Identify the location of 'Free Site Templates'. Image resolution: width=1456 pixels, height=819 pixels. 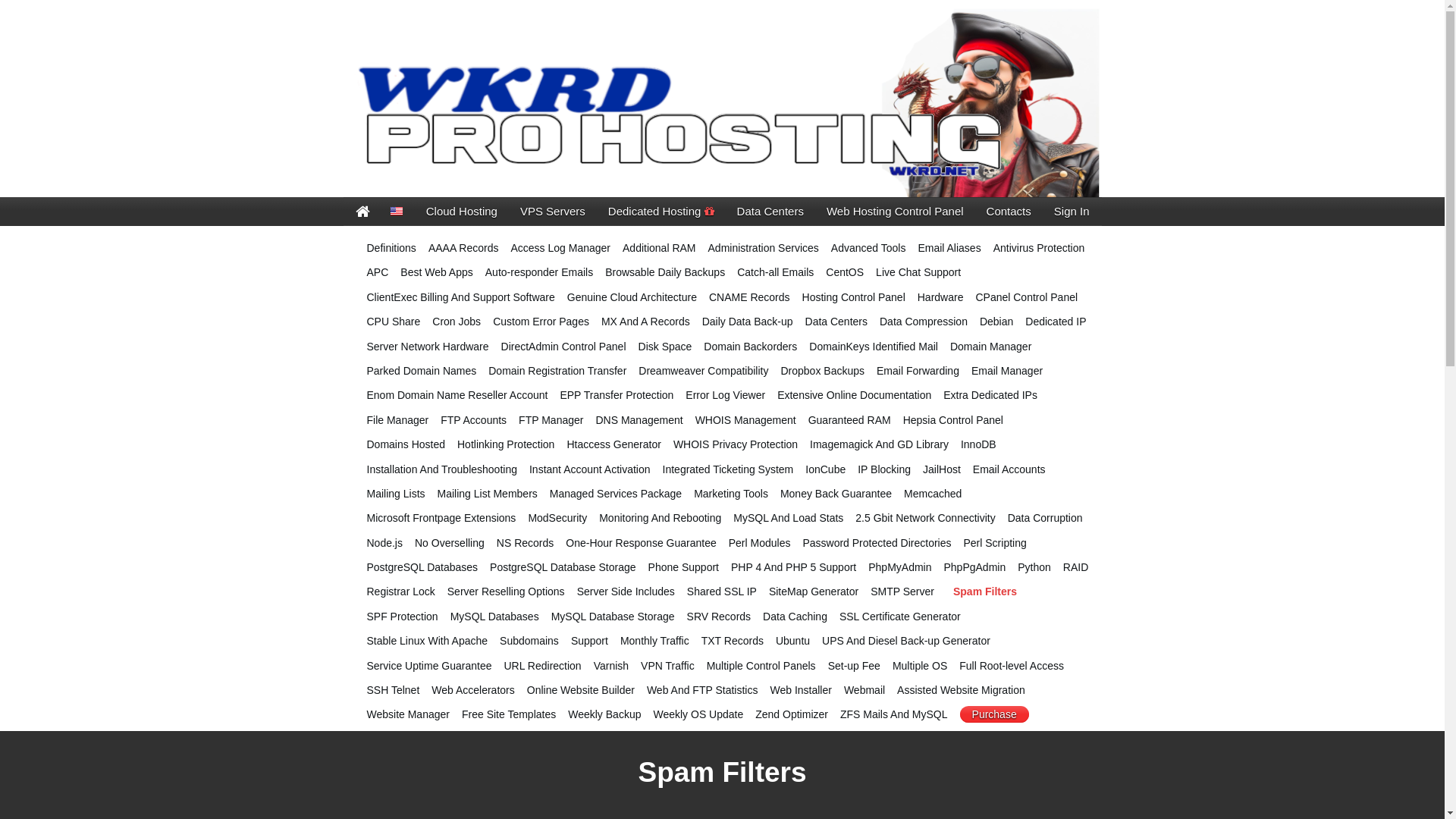
(509, 714).